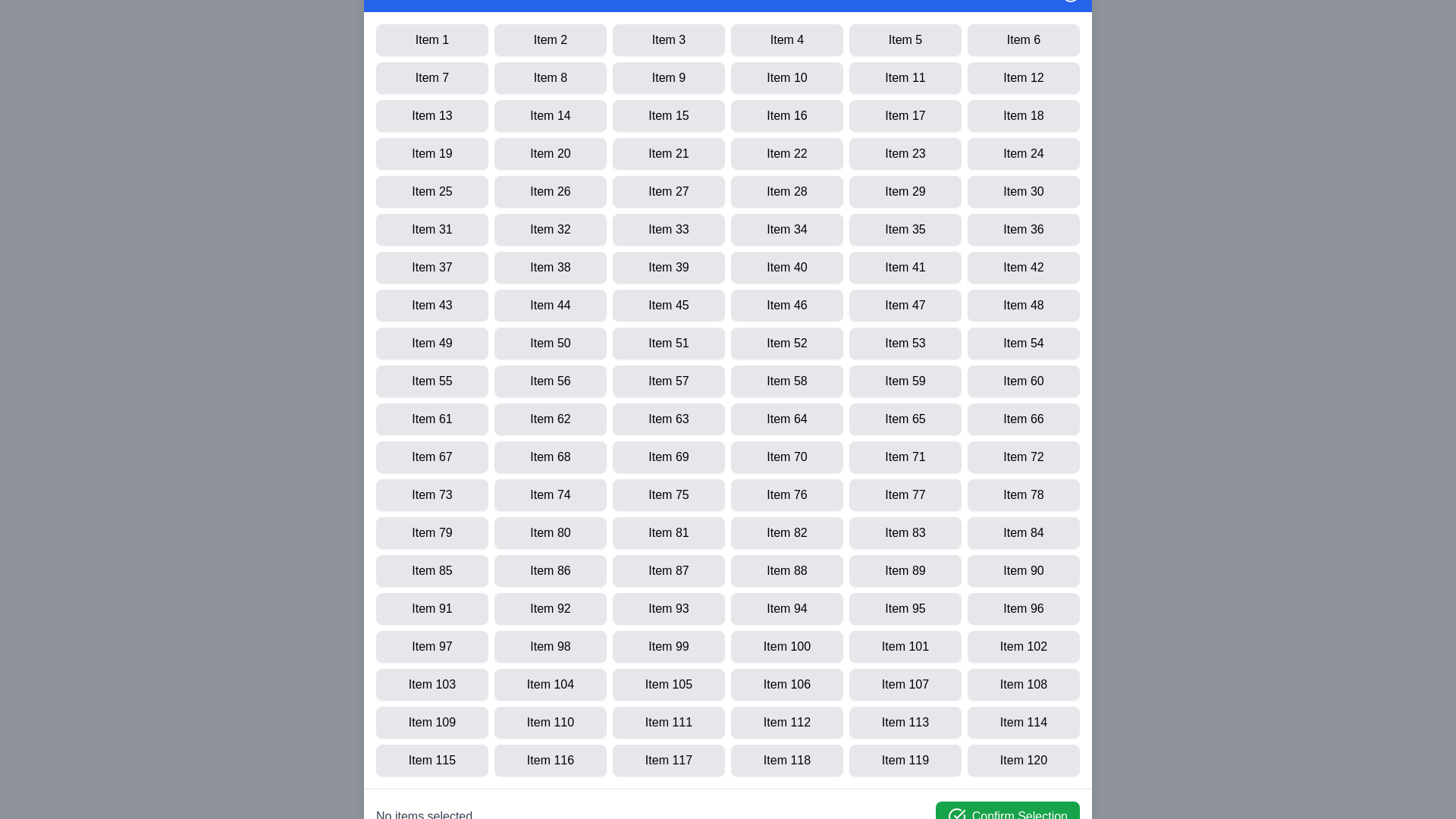 This screenshot has height=819, width=1456. I want to click on the text displaying the selection count located at the bottom of the dialog, so click(424, 815).